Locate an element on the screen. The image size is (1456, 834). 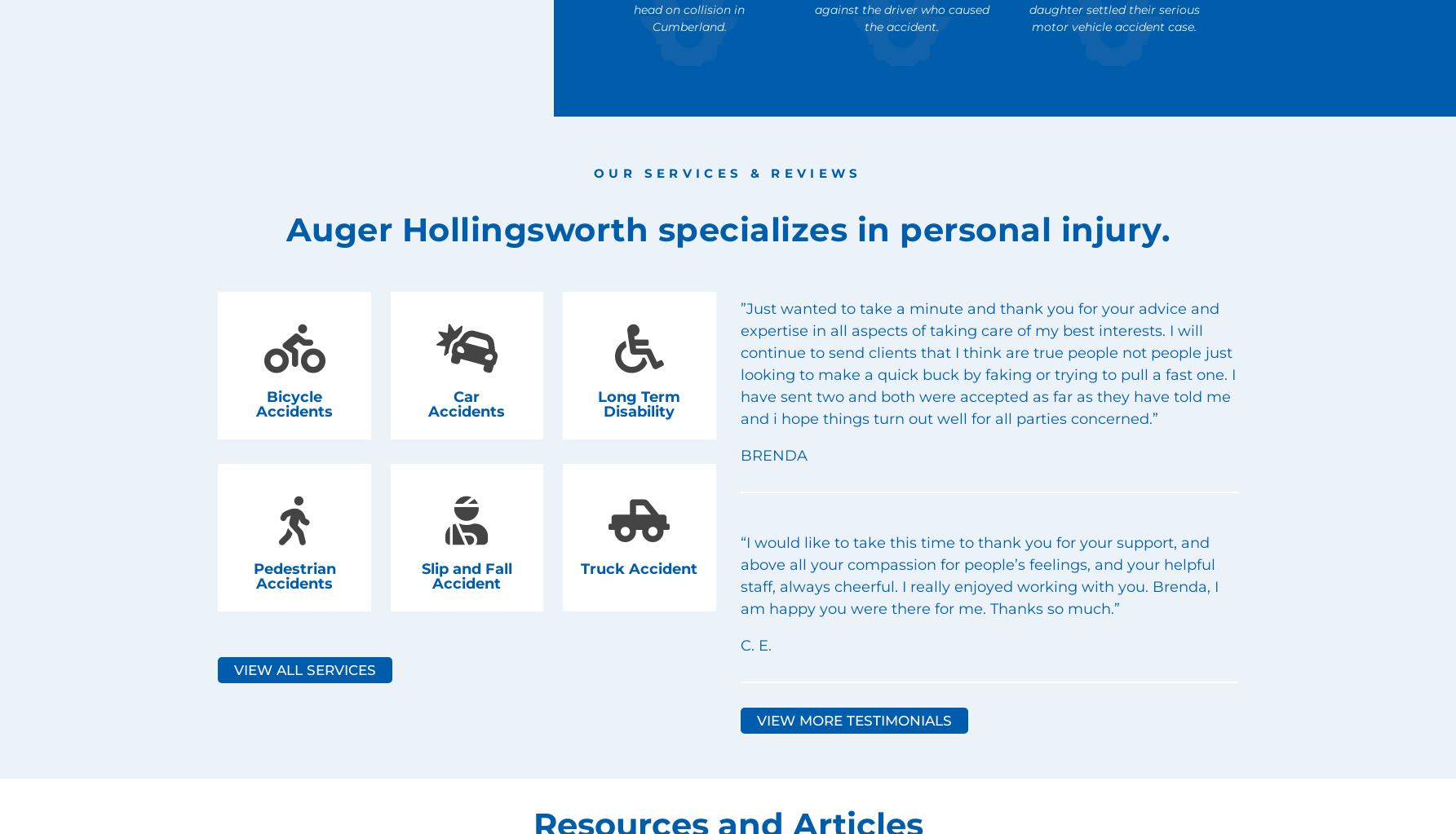
'Truck Accident' is located at coordinates (639, 567).